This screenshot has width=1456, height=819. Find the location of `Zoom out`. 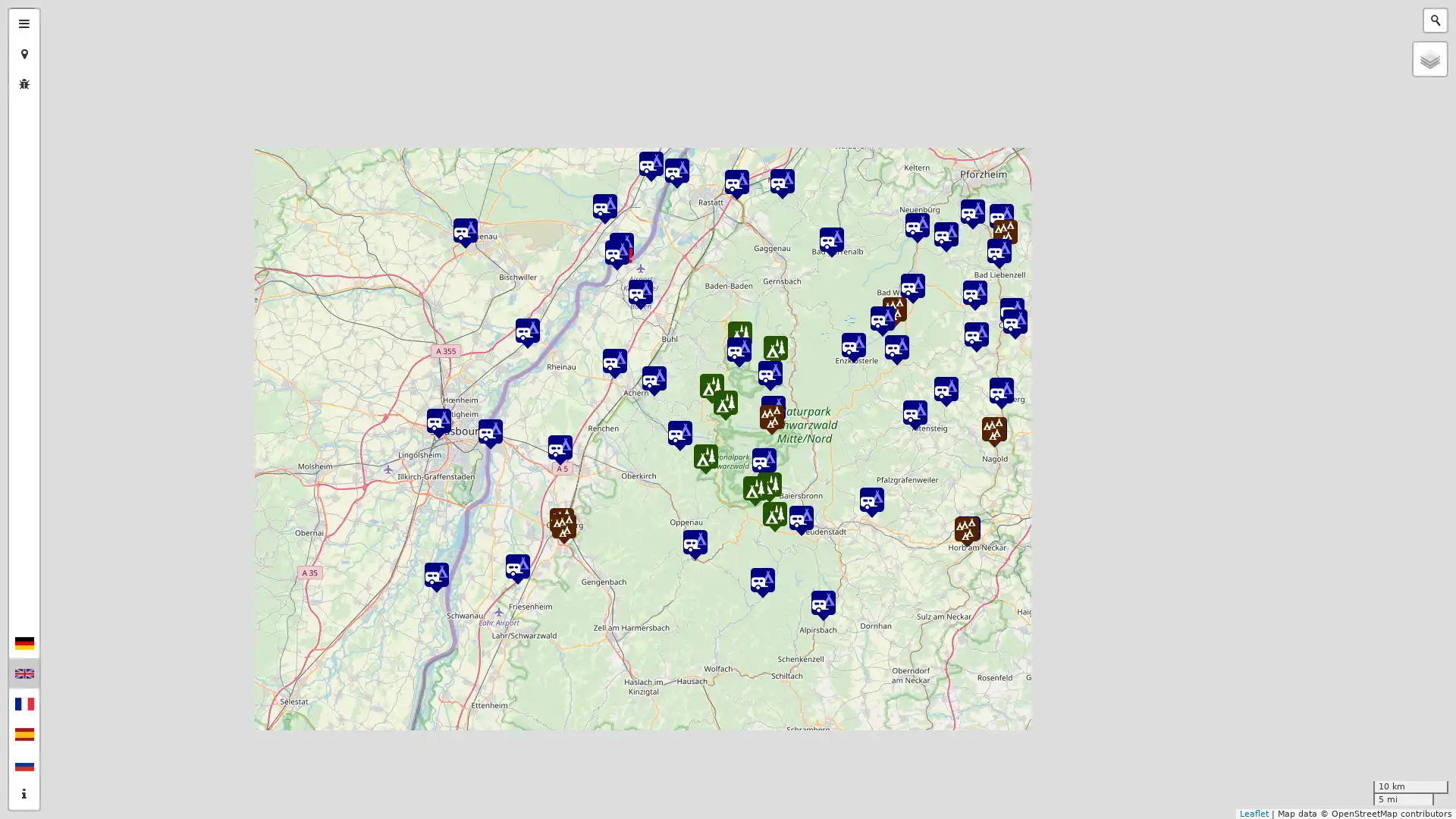

Zoom out is located at coordinates (58, 42).